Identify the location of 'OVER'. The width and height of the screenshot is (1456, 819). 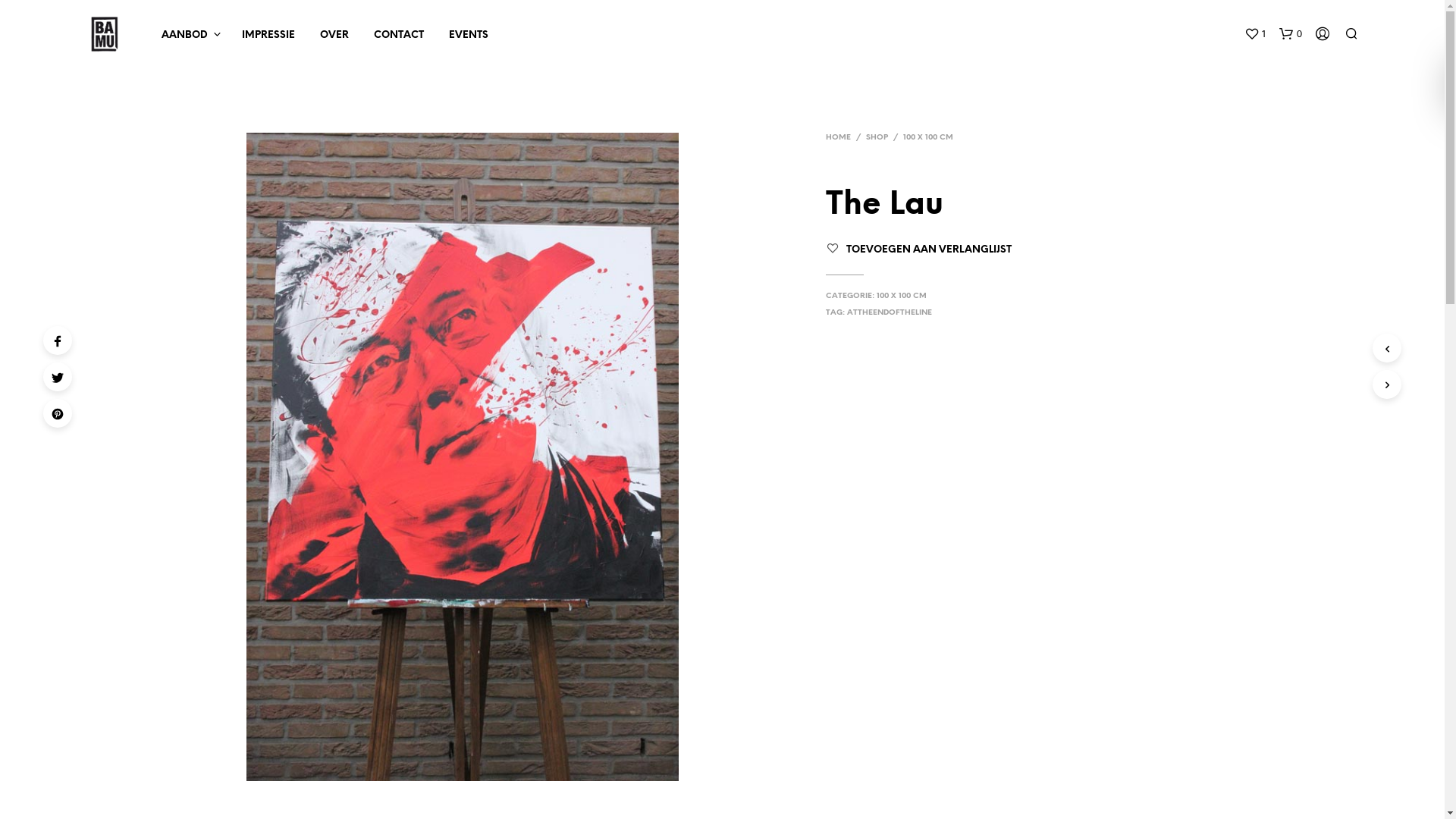
(333, 34).